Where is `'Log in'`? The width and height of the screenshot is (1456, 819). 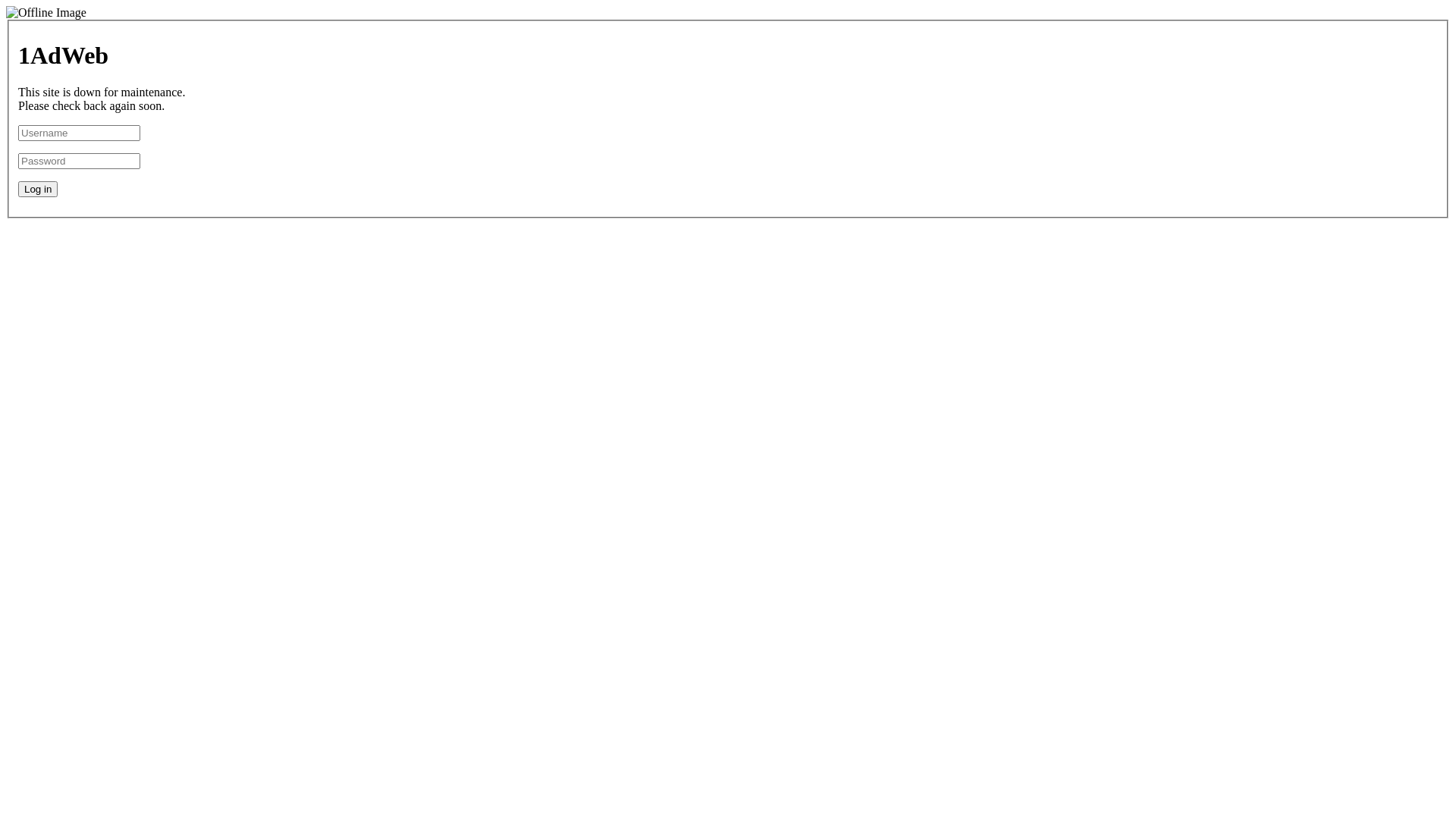
'Log in' is located at coordinates (37, 188).